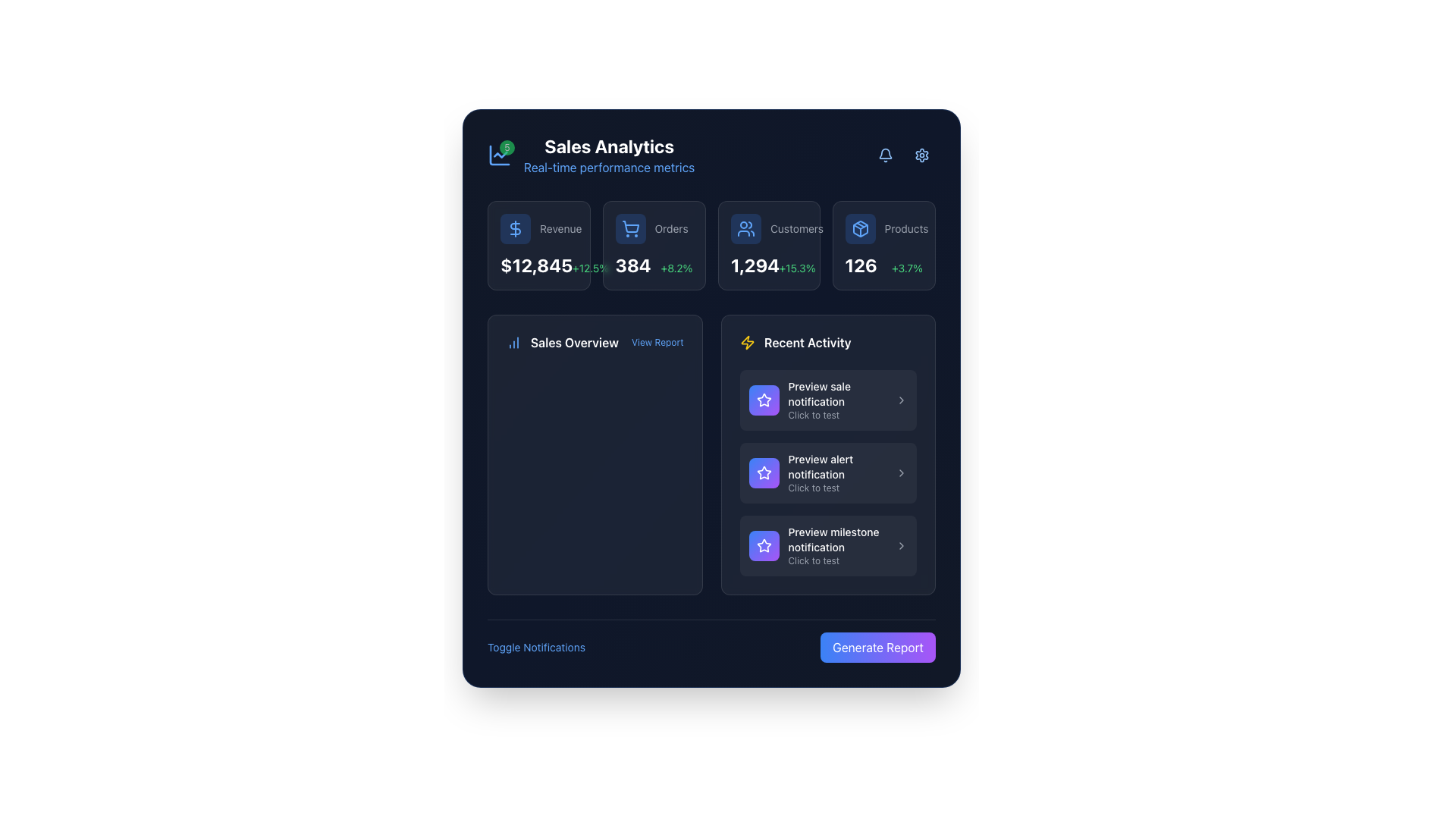 The height and width of the screenshot is (819, 1456). What do you see at coordinates (745, 228) in the screenshot?
I see `the 'Customers' icon located in the top section of the dashboard` at bounding box center [745, 228].